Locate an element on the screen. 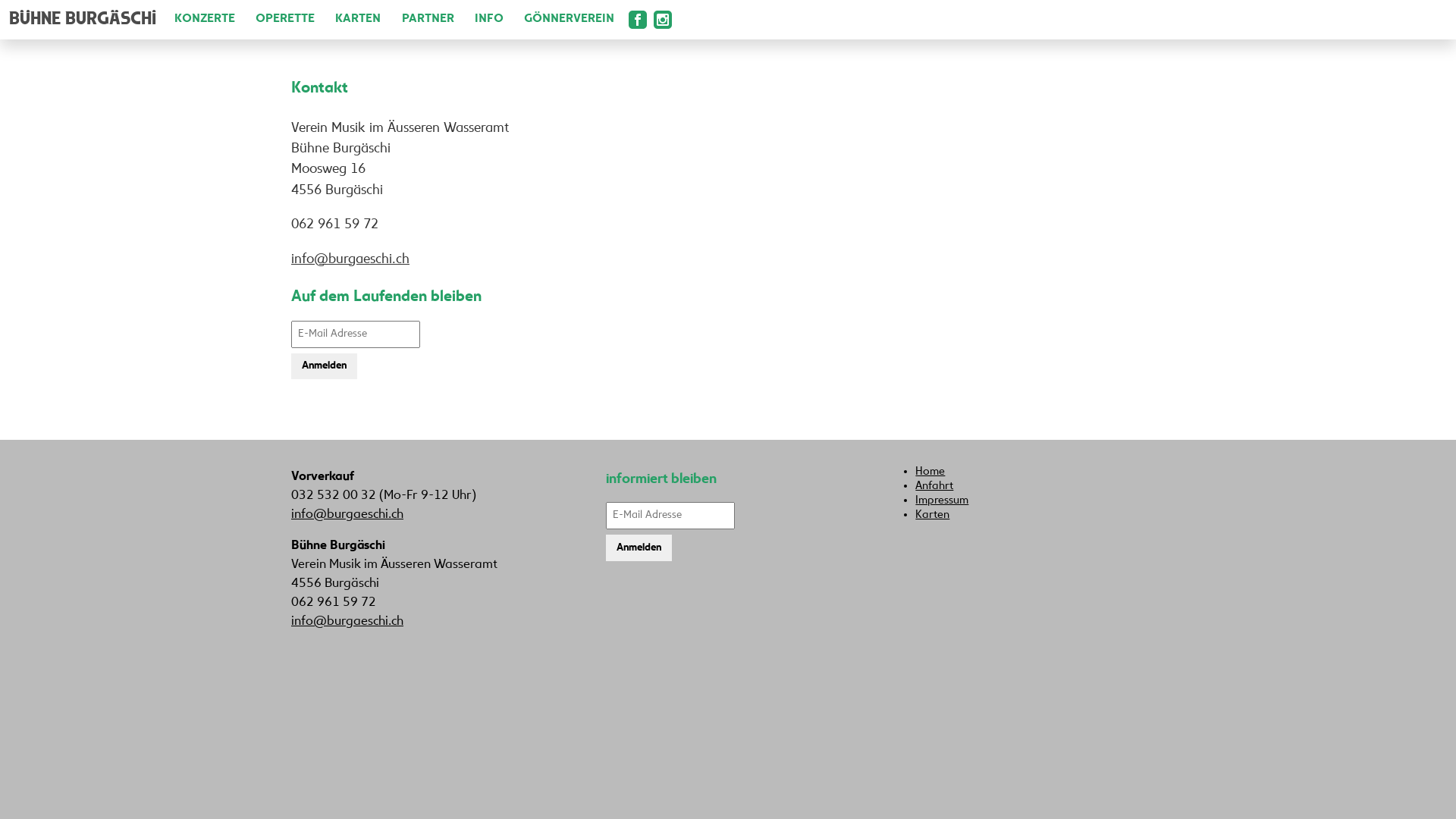  'info@burgaeschi.ch' is located at coordinates (346, 513).